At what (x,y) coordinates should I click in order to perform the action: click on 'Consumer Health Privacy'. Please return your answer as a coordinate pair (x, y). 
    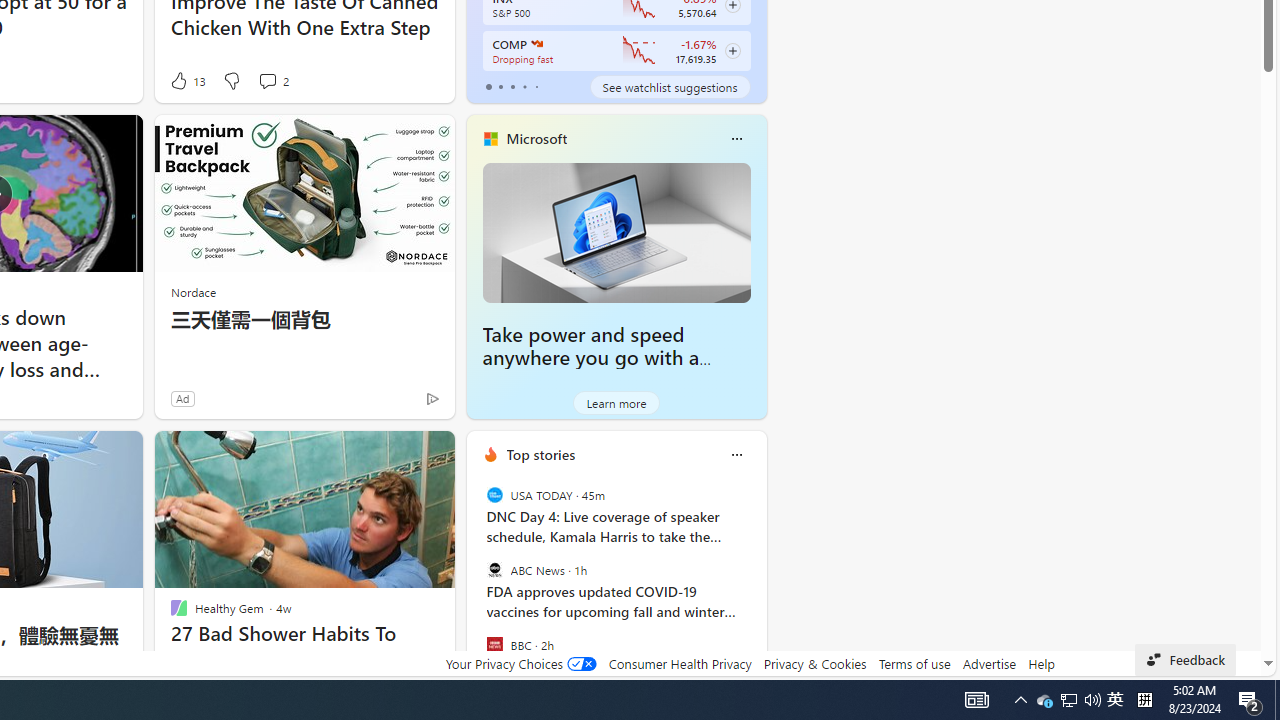
    Looking at the image, I should click on (680, 663).